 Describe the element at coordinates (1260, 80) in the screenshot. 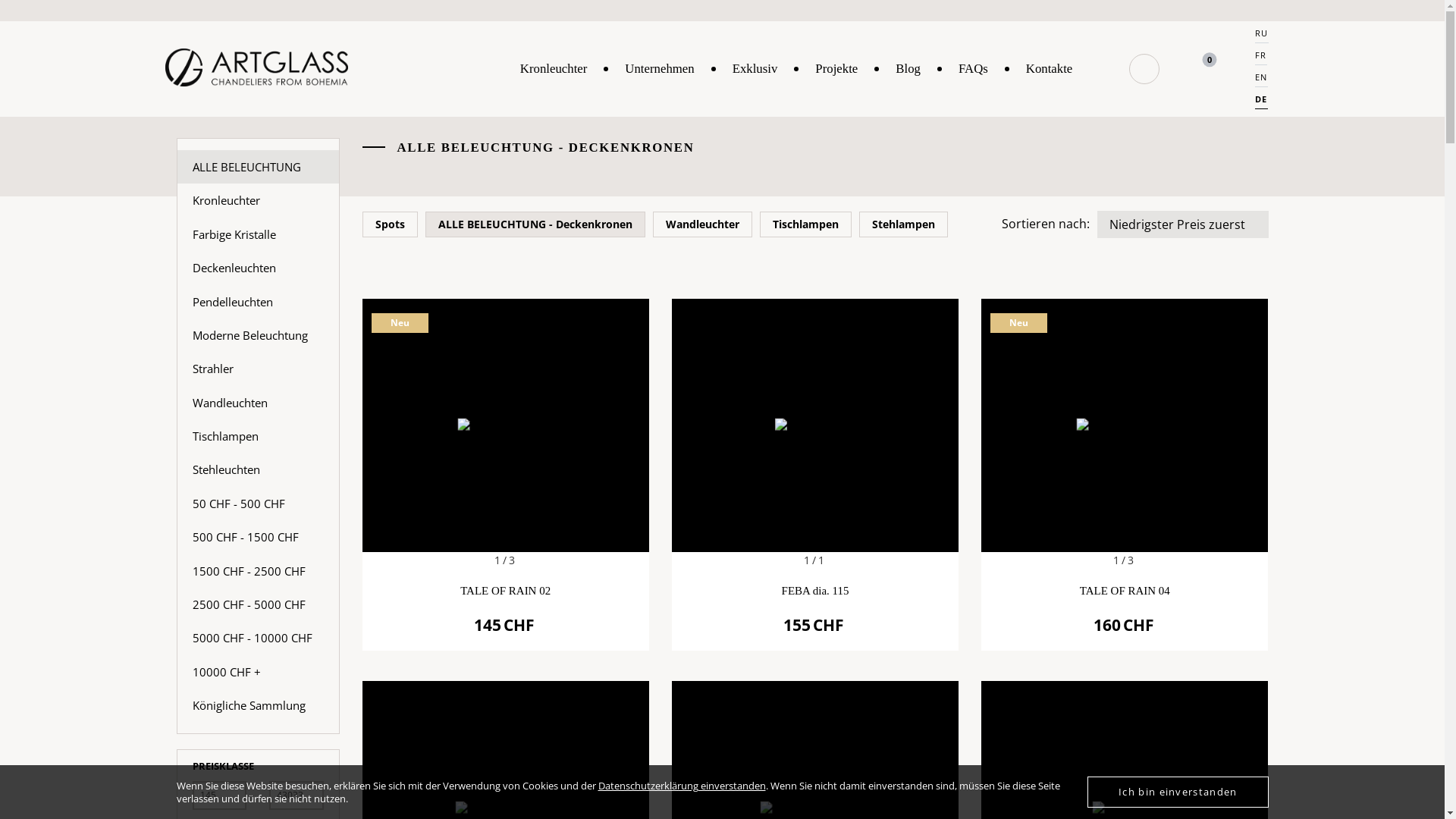

I see `'EN'` at that location.